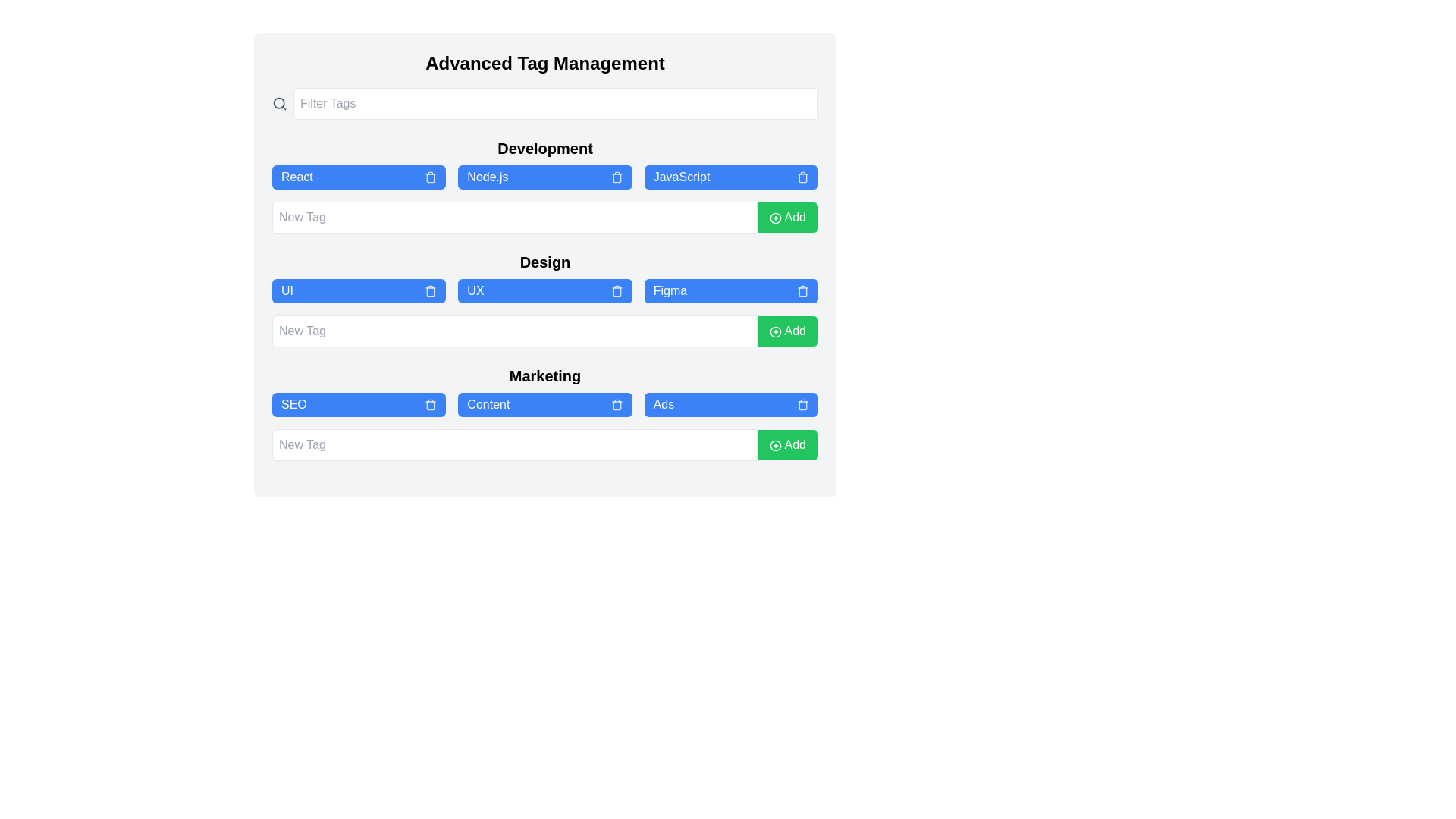  I want to click on the circular graphic element inside the 'Add' button in the 'Development' section, styled with green and white tones, so click(775, 218).